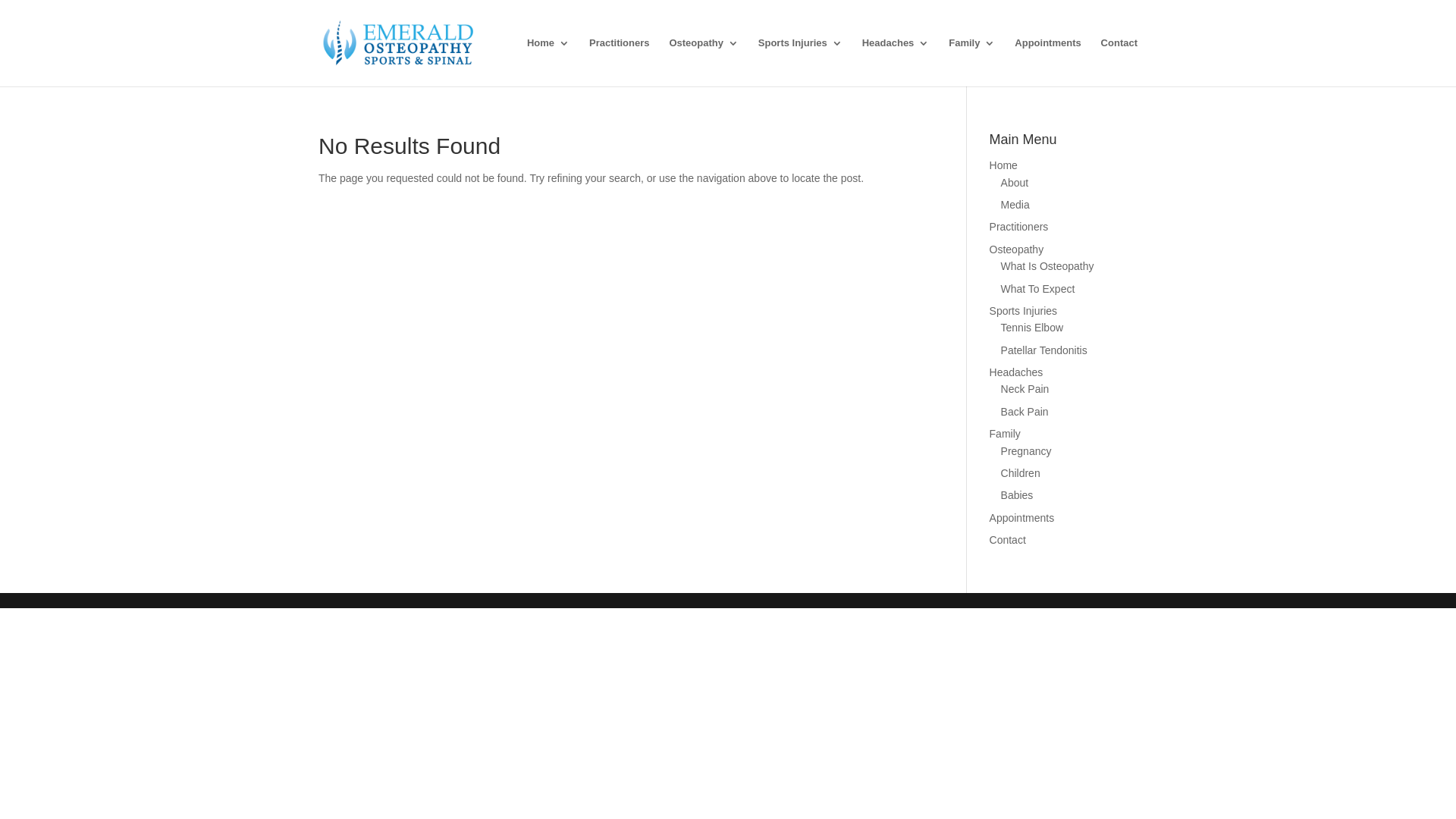 Image resolution: width=1456 pixels, height=819 pixels. I want to click on 'Practitioners', so click(588, 61).